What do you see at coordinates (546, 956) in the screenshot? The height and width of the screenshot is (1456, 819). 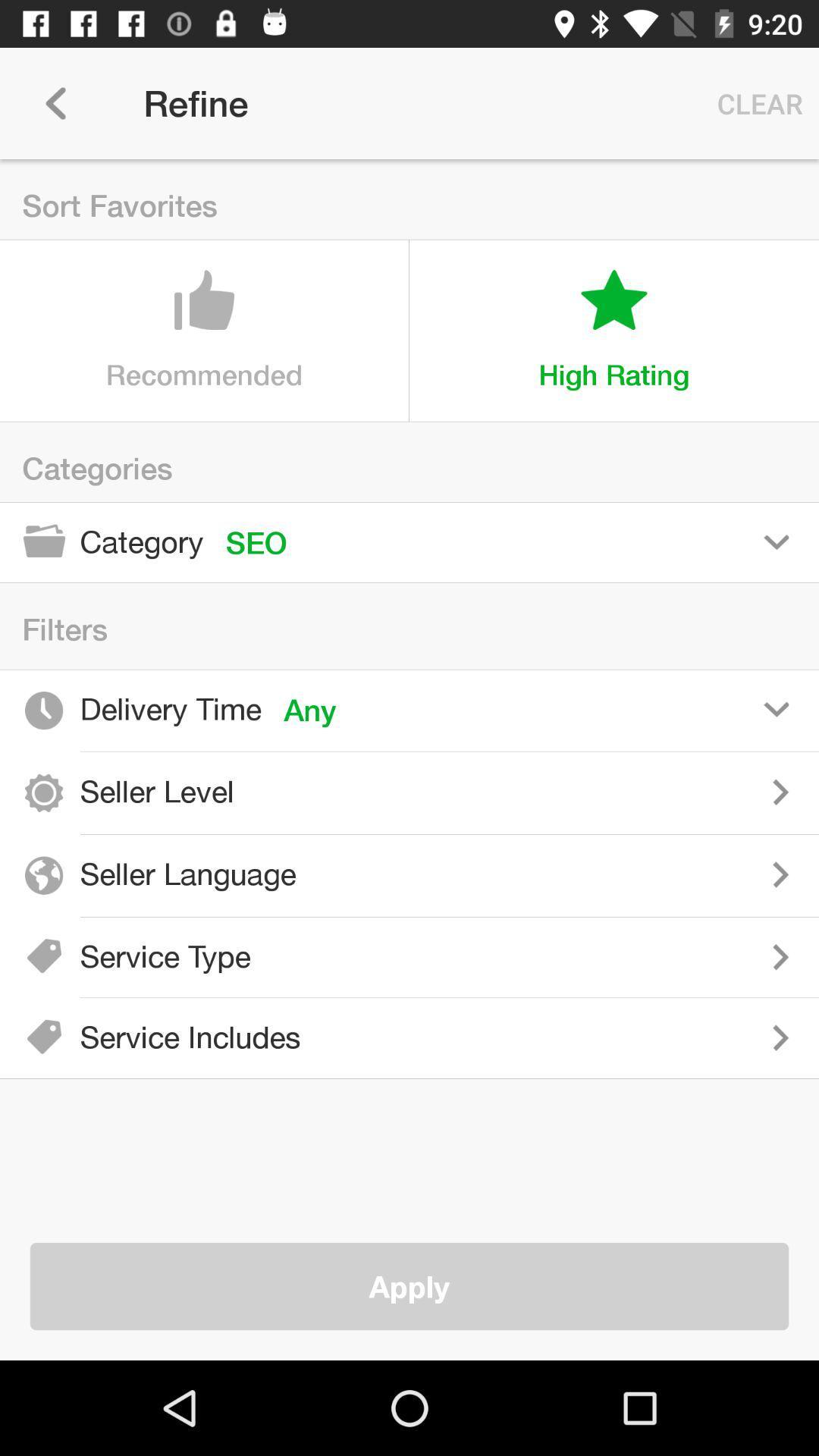 I see `enter subcategory menu` at bounding box center [546, 956].